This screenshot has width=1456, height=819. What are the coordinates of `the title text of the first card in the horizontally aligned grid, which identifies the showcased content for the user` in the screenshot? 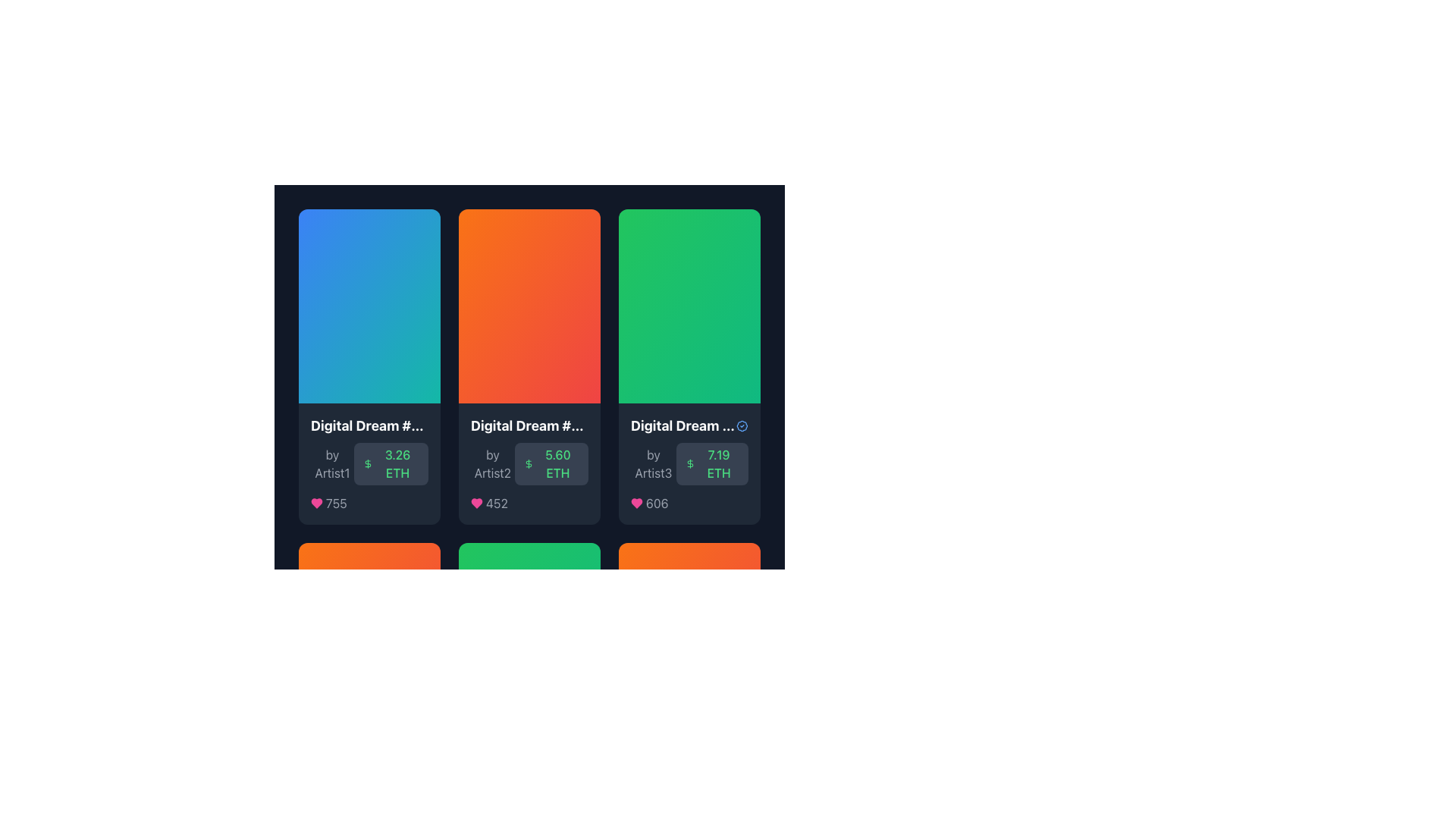 It's located at (369, 426).